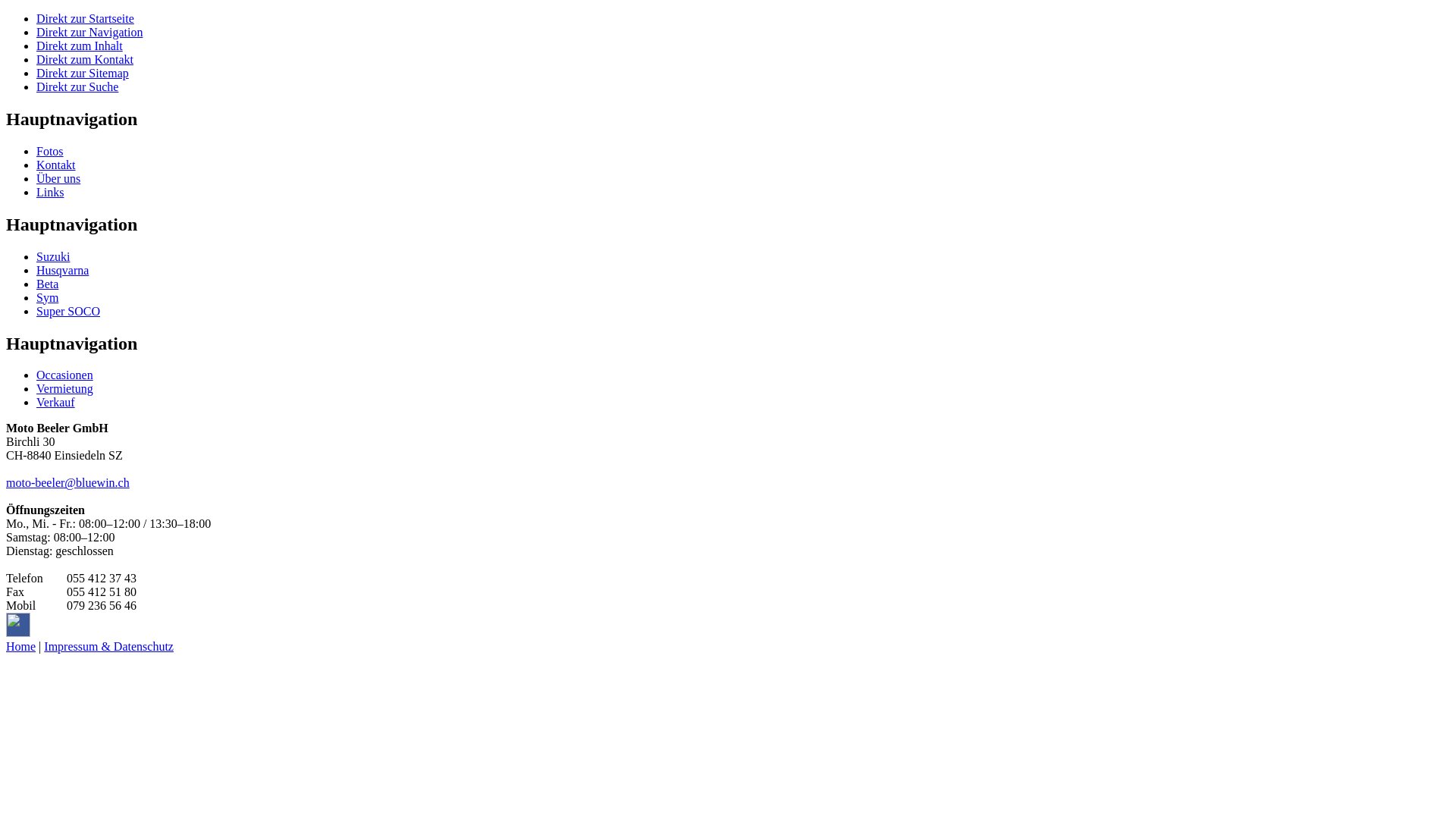  Describe the element at coordinates (76, 86) in the screenshot. I see `'Direkt zur Suche'` at that location.